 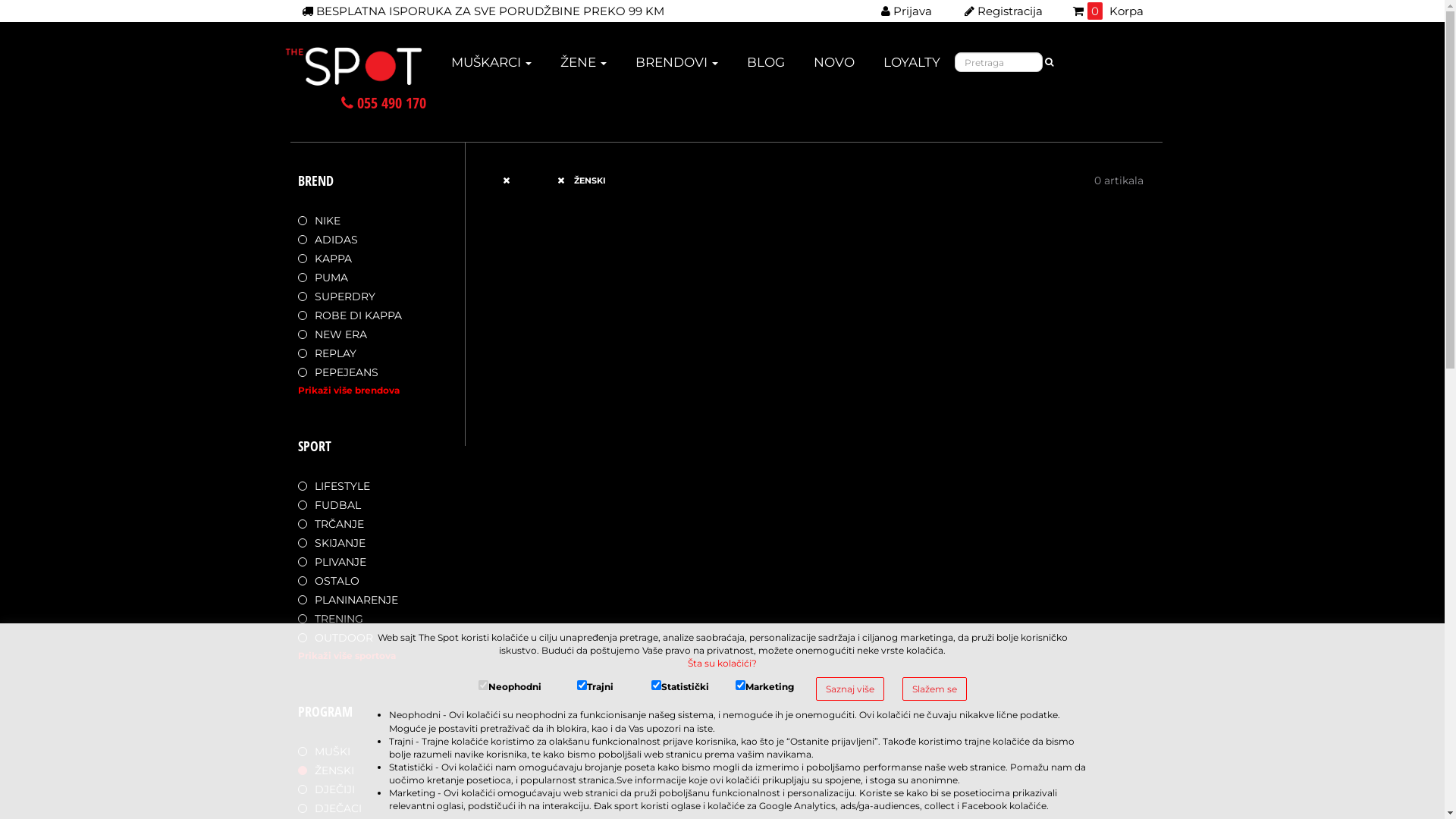 What do you see at coordinates (383, 102) in the screenshot?
I see `'055 490 170'` at bounding box center [383, 102].